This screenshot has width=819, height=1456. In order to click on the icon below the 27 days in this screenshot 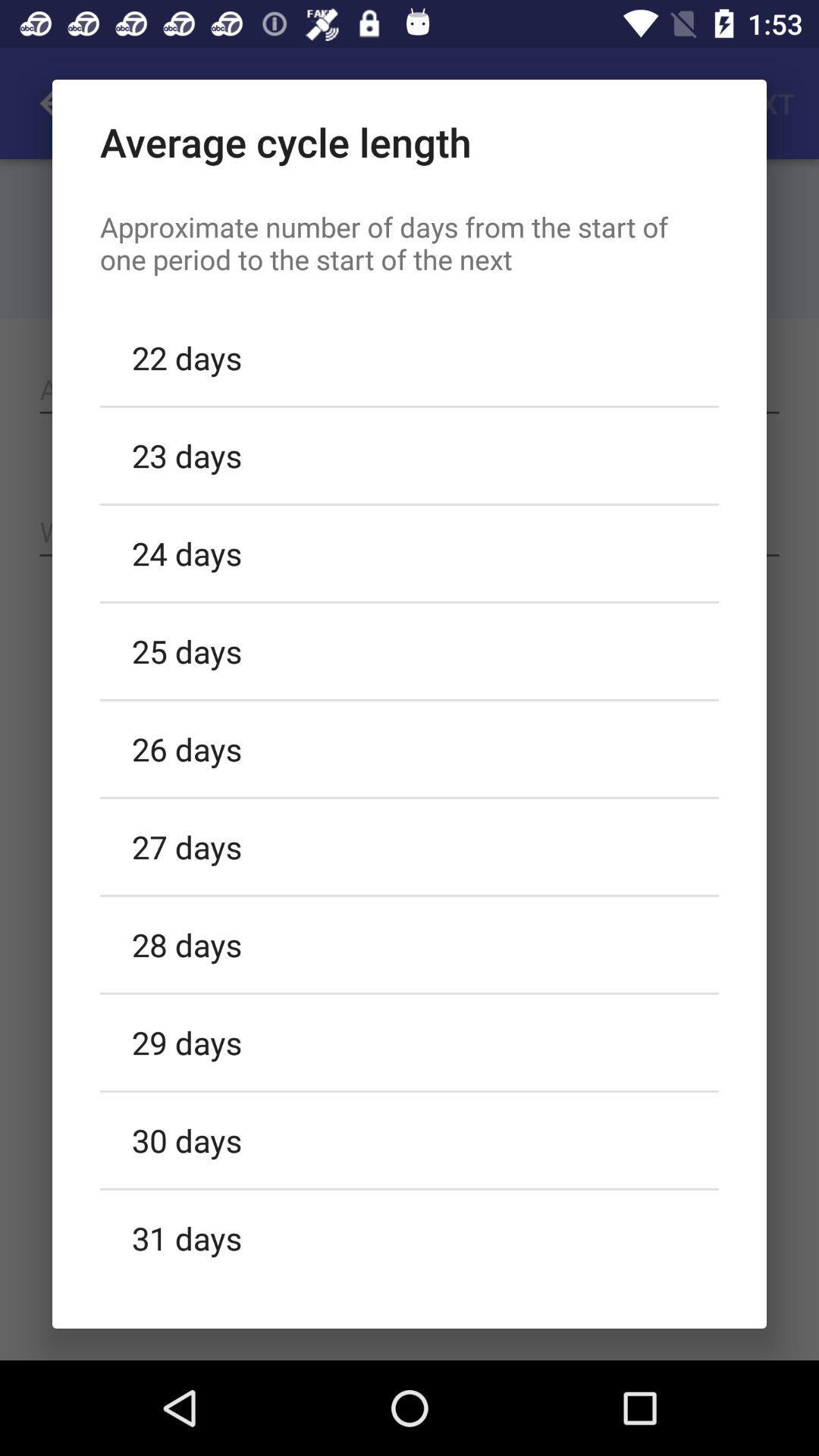, I will do `click(409, 943)`.